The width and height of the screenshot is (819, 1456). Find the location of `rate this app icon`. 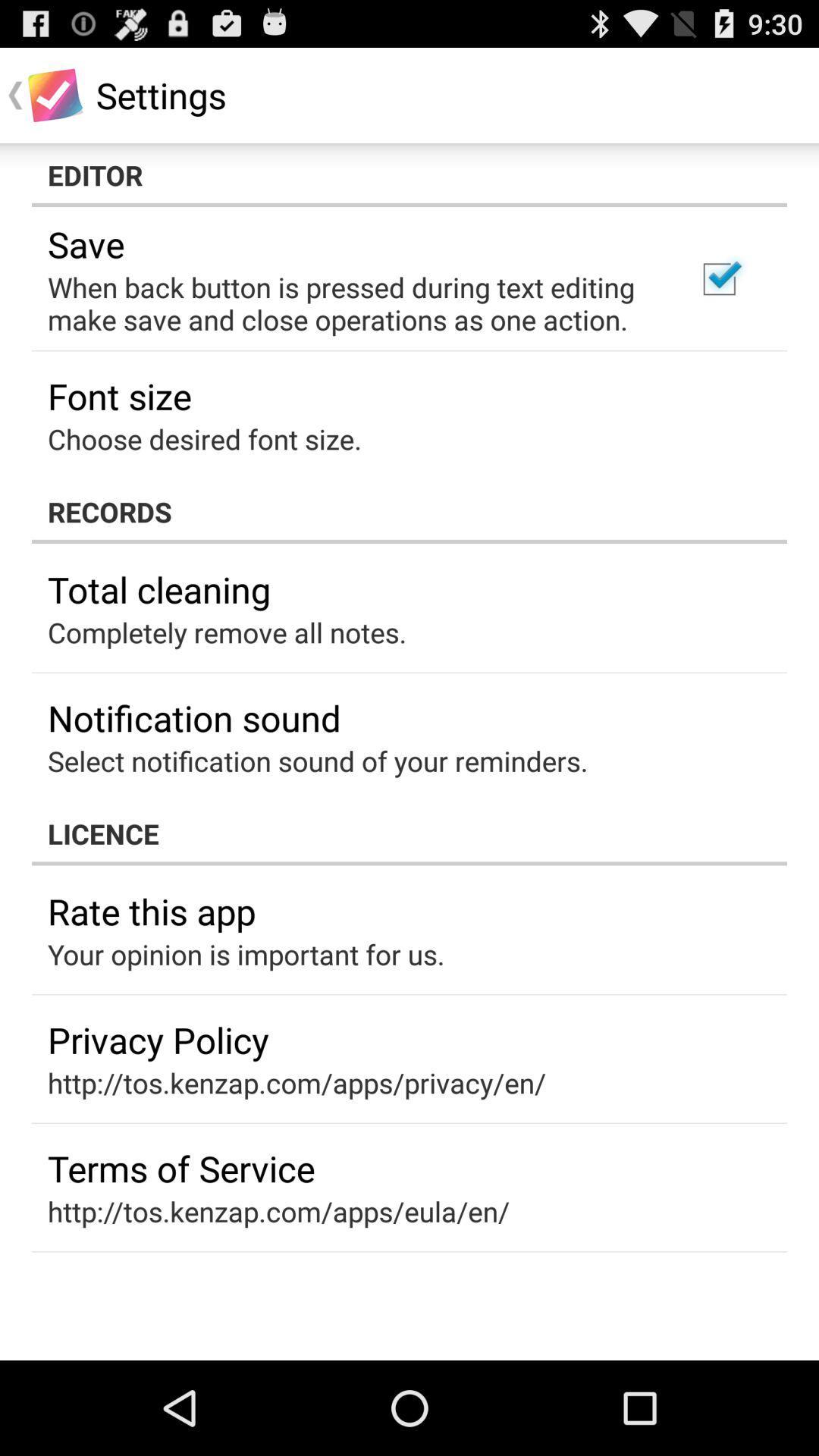

rate this app icon is located at coordinates (152, 910).